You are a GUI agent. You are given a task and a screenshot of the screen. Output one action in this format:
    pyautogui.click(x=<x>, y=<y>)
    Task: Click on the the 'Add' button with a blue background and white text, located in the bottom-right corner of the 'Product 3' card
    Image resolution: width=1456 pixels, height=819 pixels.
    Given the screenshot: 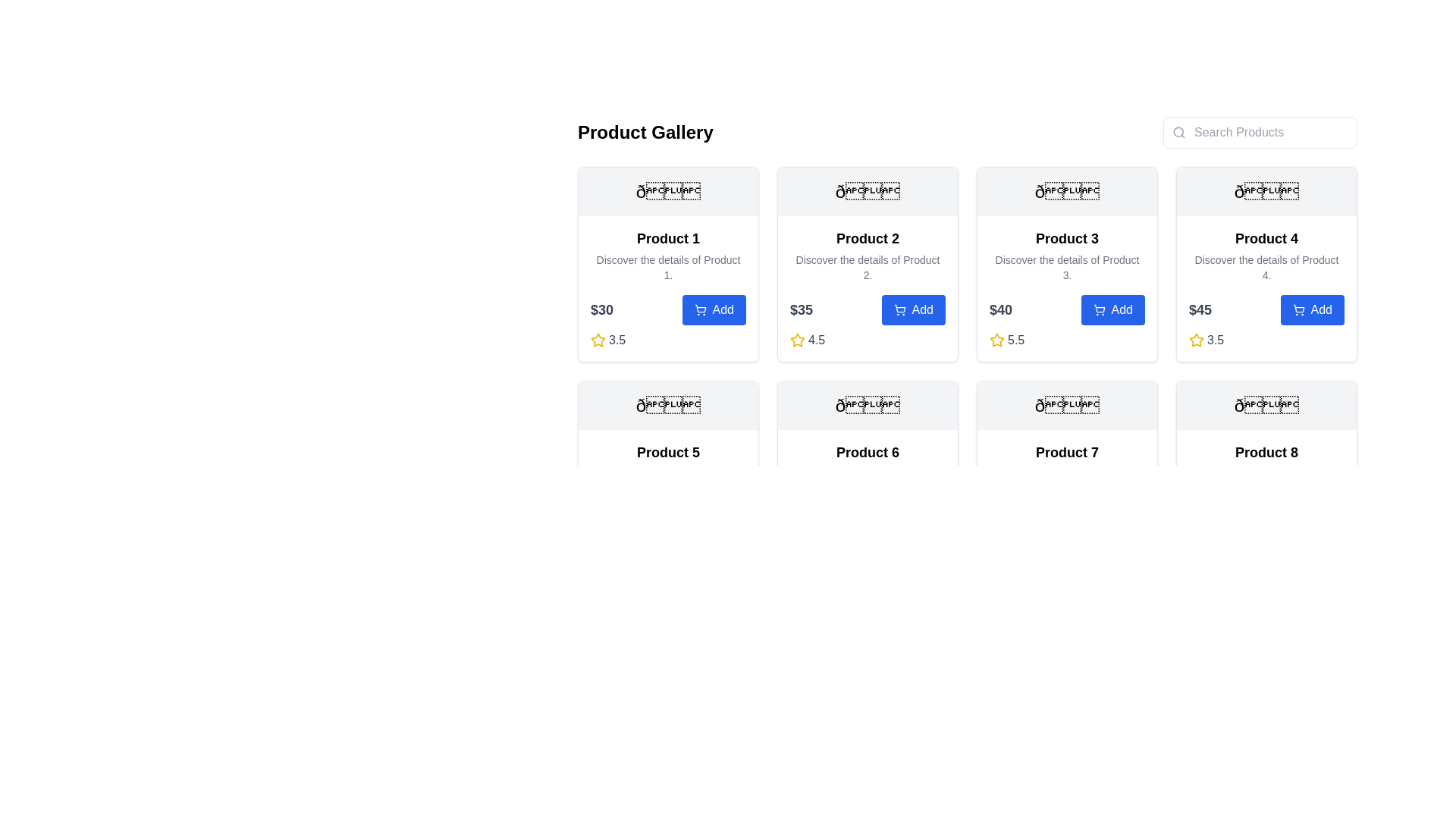 What is the action you would take?
    pyautogui.click(x=1112, y=309)
    